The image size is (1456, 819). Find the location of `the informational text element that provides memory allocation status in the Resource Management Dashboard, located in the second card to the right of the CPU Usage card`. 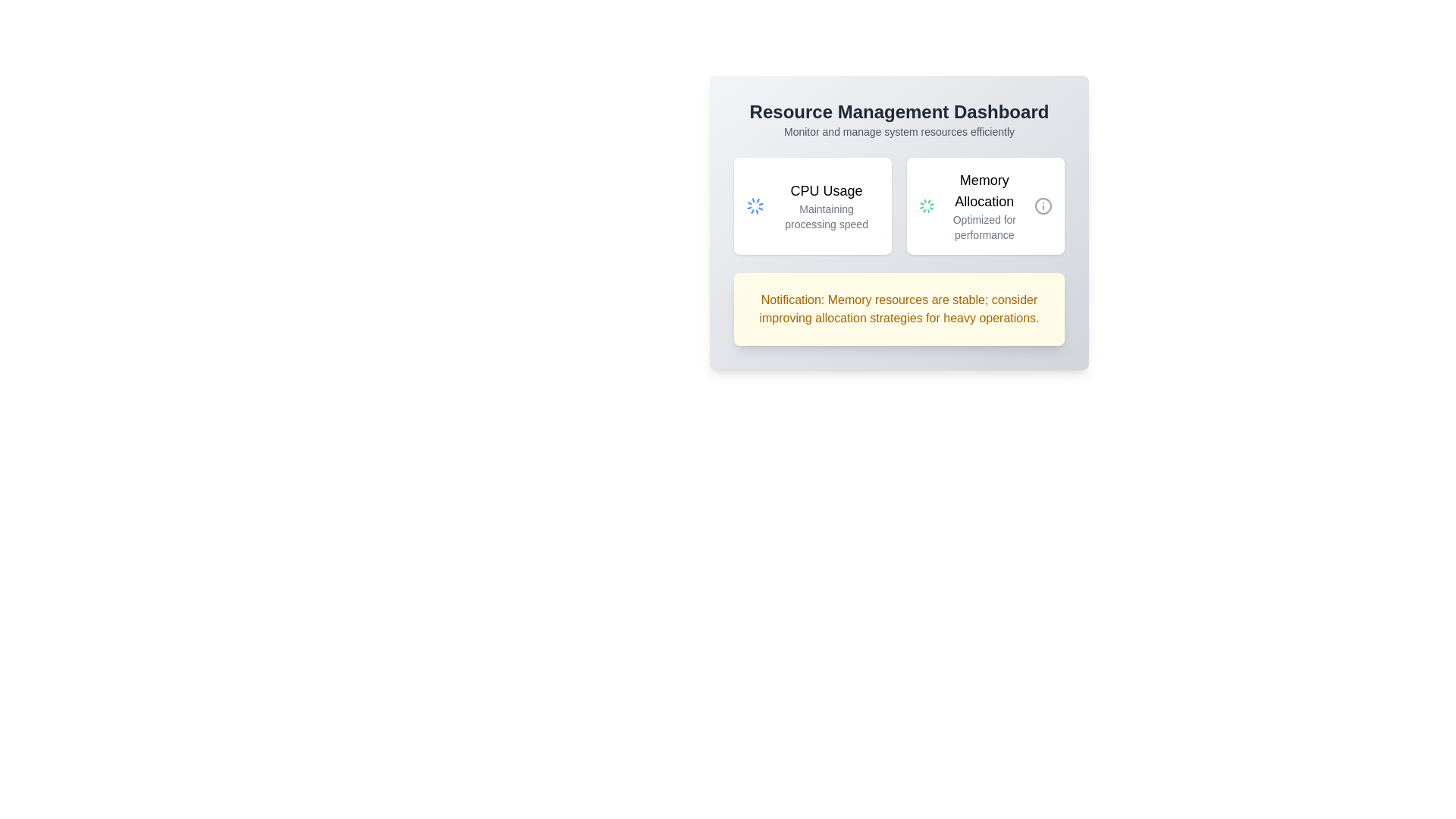

the informational text element that provides memory allocation status in the Resource Management Dashboard, located in the second card to the right of the CPU Usage card is located at coordinates (984, 206).